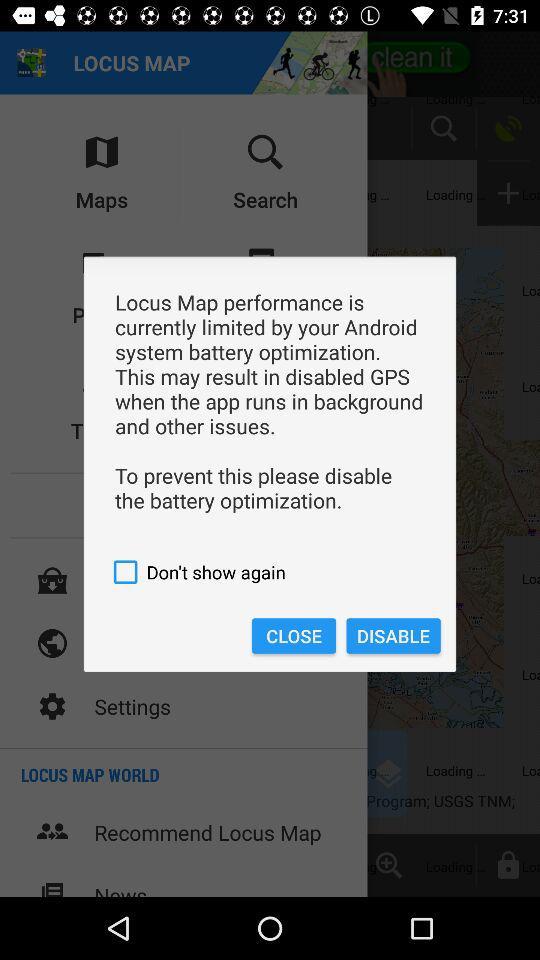 Image resolution: width=540 pixels, height=960 pixels. I want to click on the item to the right of close, so click(393, 635).